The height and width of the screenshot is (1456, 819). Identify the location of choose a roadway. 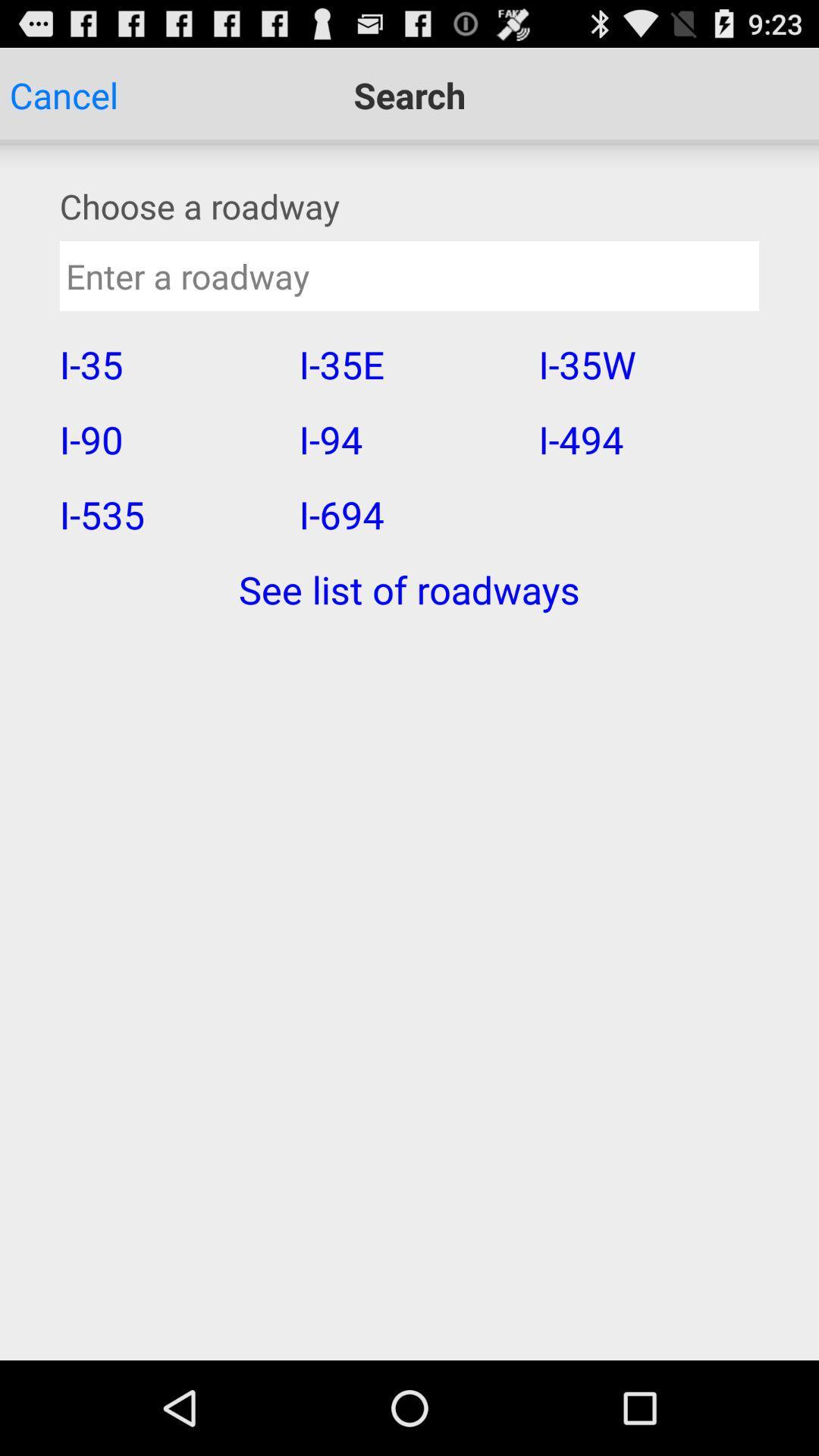
(409, 205).